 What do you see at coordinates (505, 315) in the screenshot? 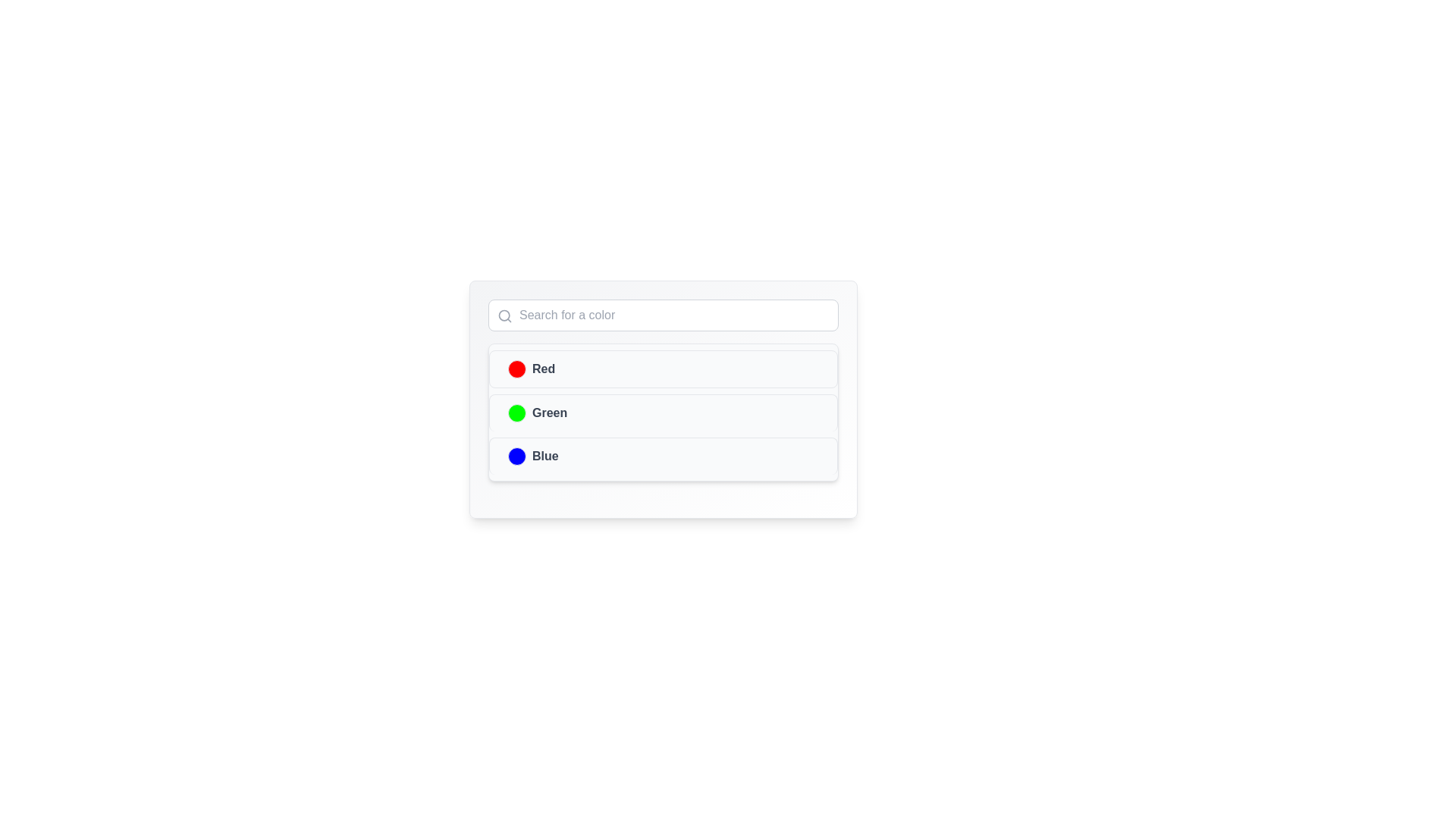
I see `the search icon that indicates the input field for 'Search for a color', positioned at the top-left area of the input box` at bounding box center [505, 315].